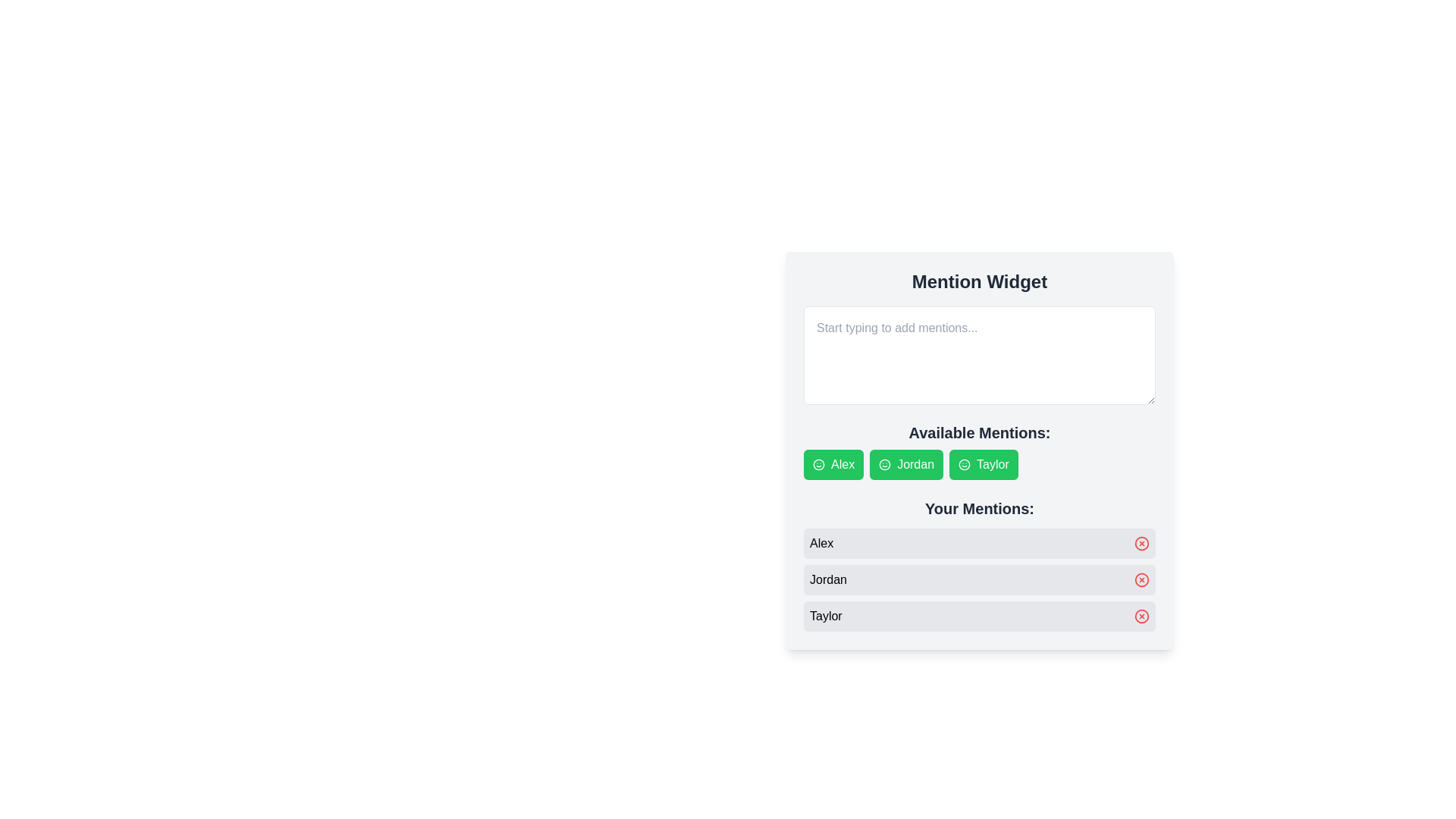 The width and height of the screenshot is (1456, 819). I want to click on the 'remove' button associated with the user entry labeled 'Jordan' in the 'Your Mentions' list, so click(1142, 579).